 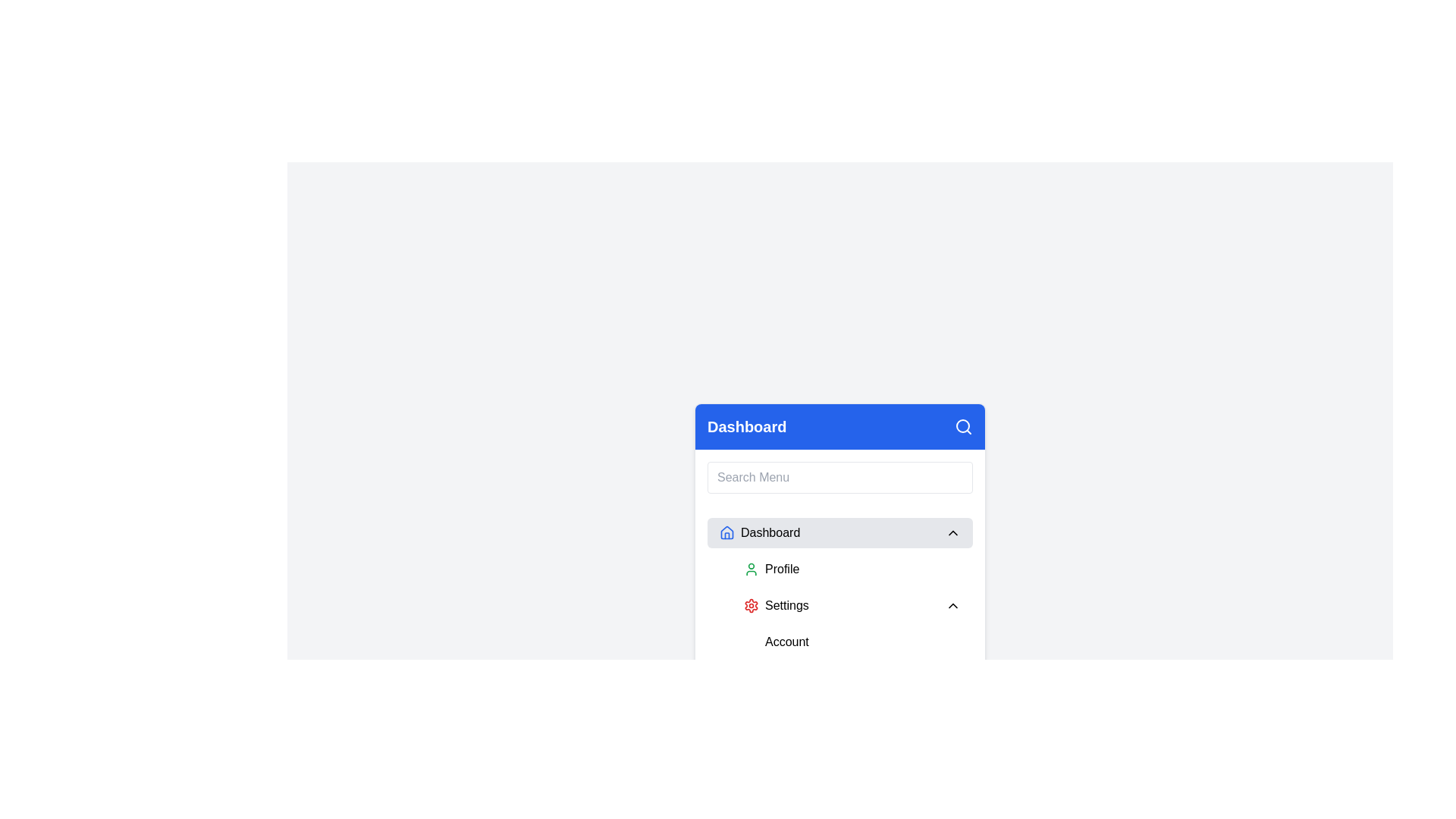 What do you see at coordinates (751, 604) in the screenshot?
I see `the red gear wheel SVG icon located to the left of the 'Settings' text label in the sidebar` at bounding box center [751, 604].